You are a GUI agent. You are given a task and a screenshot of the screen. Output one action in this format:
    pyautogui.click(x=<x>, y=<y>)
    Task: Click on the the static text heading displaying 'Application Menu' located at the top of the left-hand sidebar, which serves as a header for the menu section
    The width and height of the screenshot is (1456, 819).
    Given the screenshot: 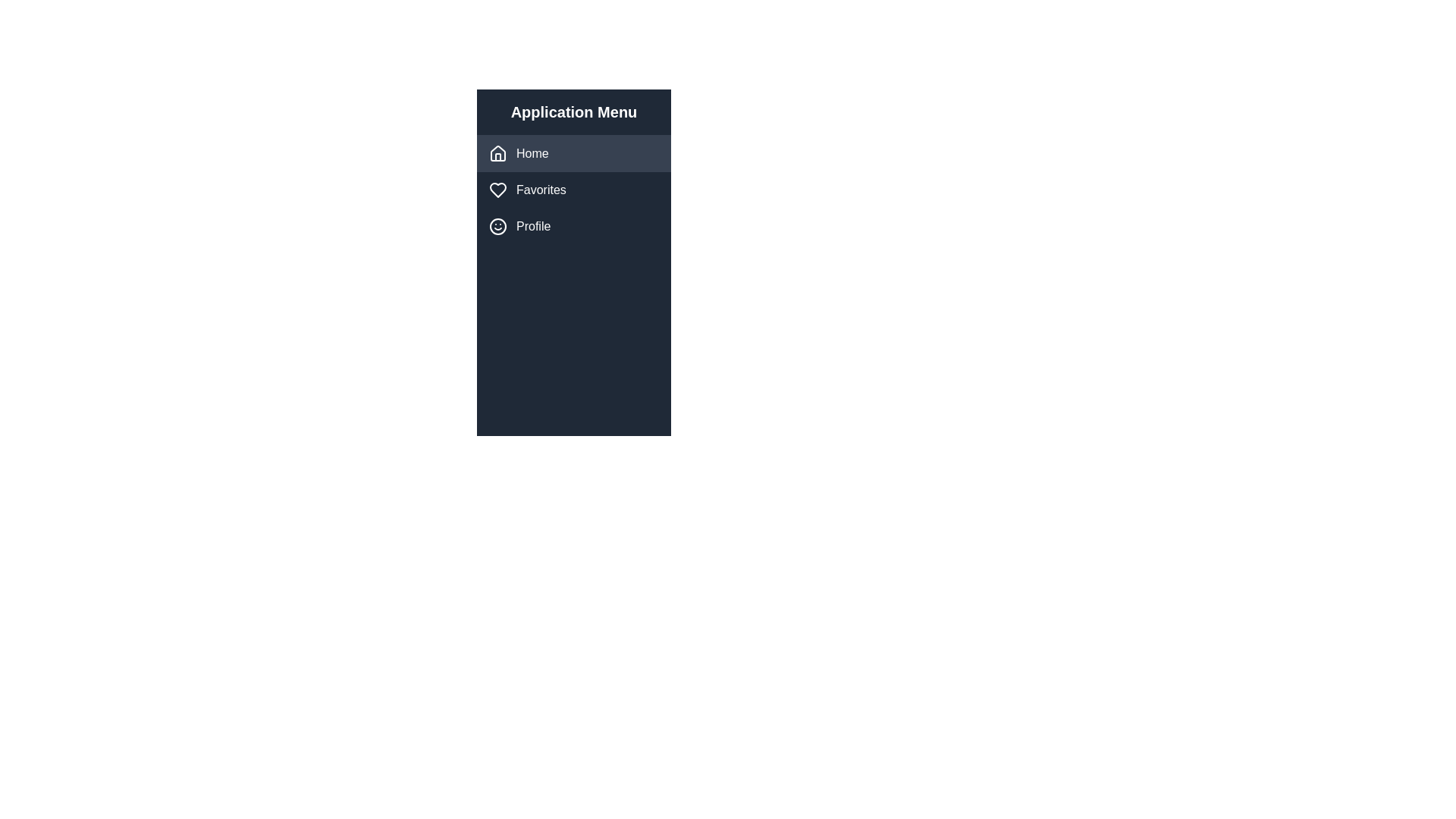 What is the action you would take?
    pyautogui.click(x=573, y=111)
    